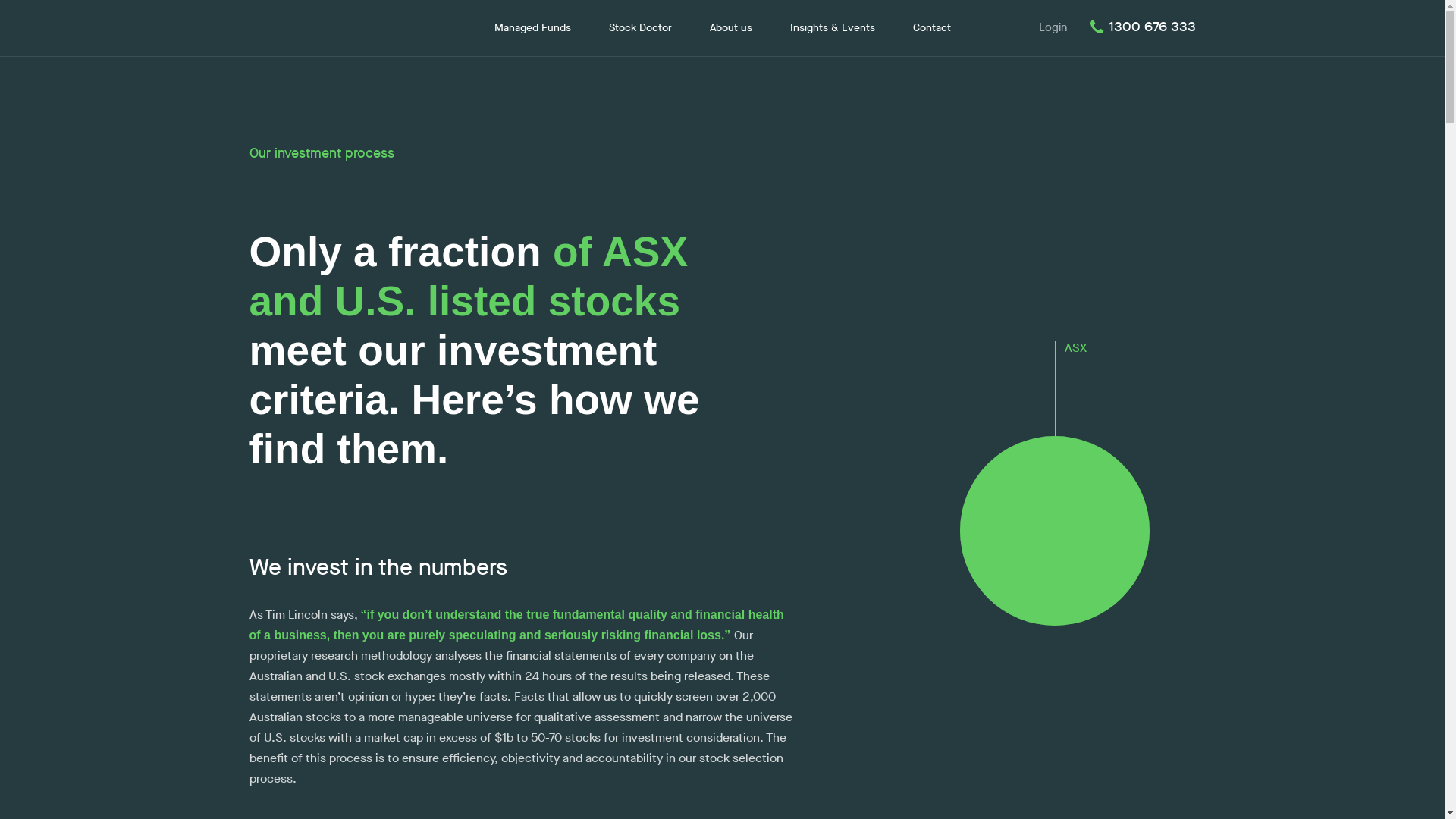 This screenshot has height=819, width=1456. I want to click on 'Login', so click(1052, 27).